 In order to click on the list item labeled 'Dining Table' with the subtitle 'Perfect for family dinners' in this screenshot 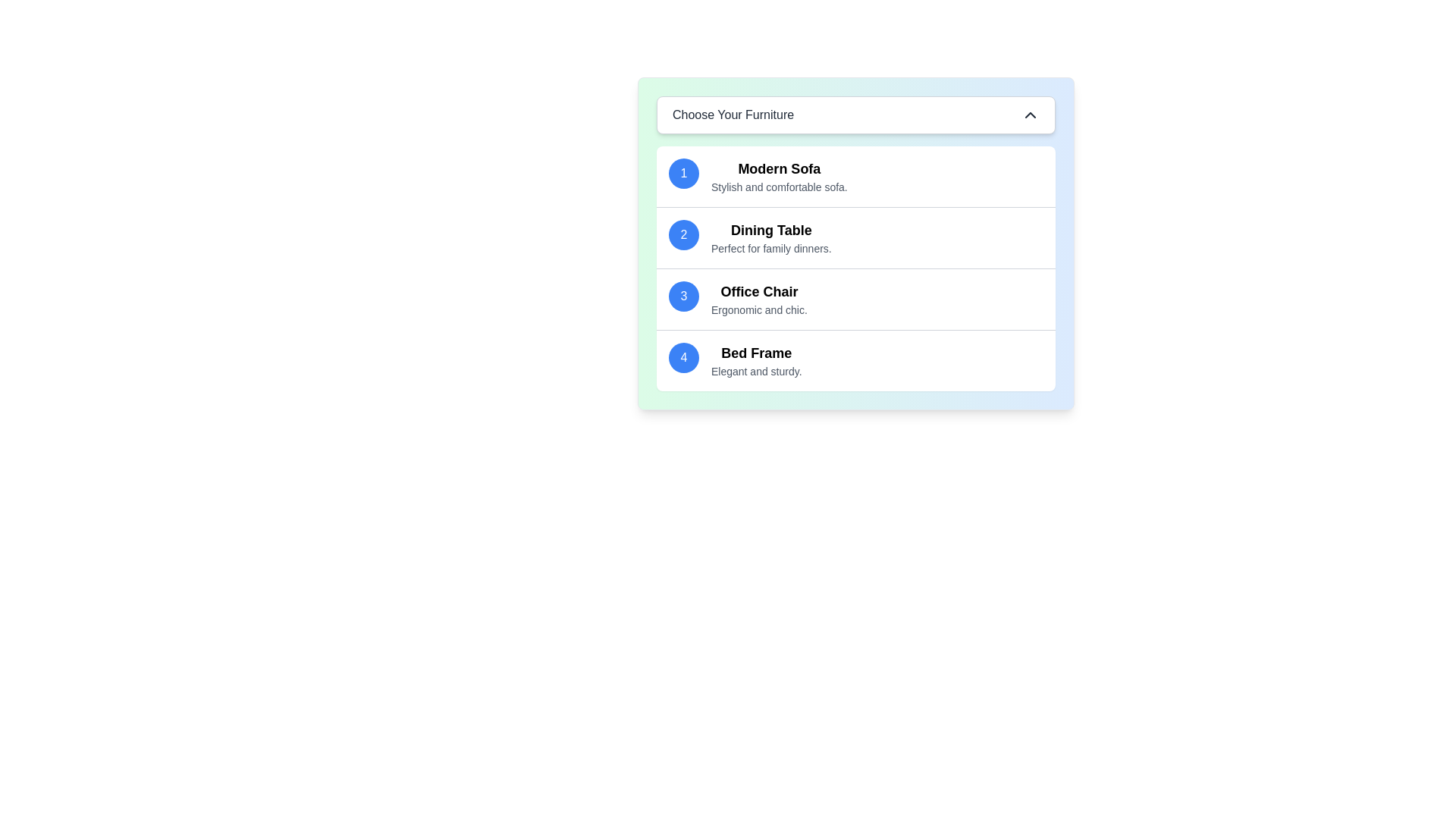, I will do `click(771, 237)`.